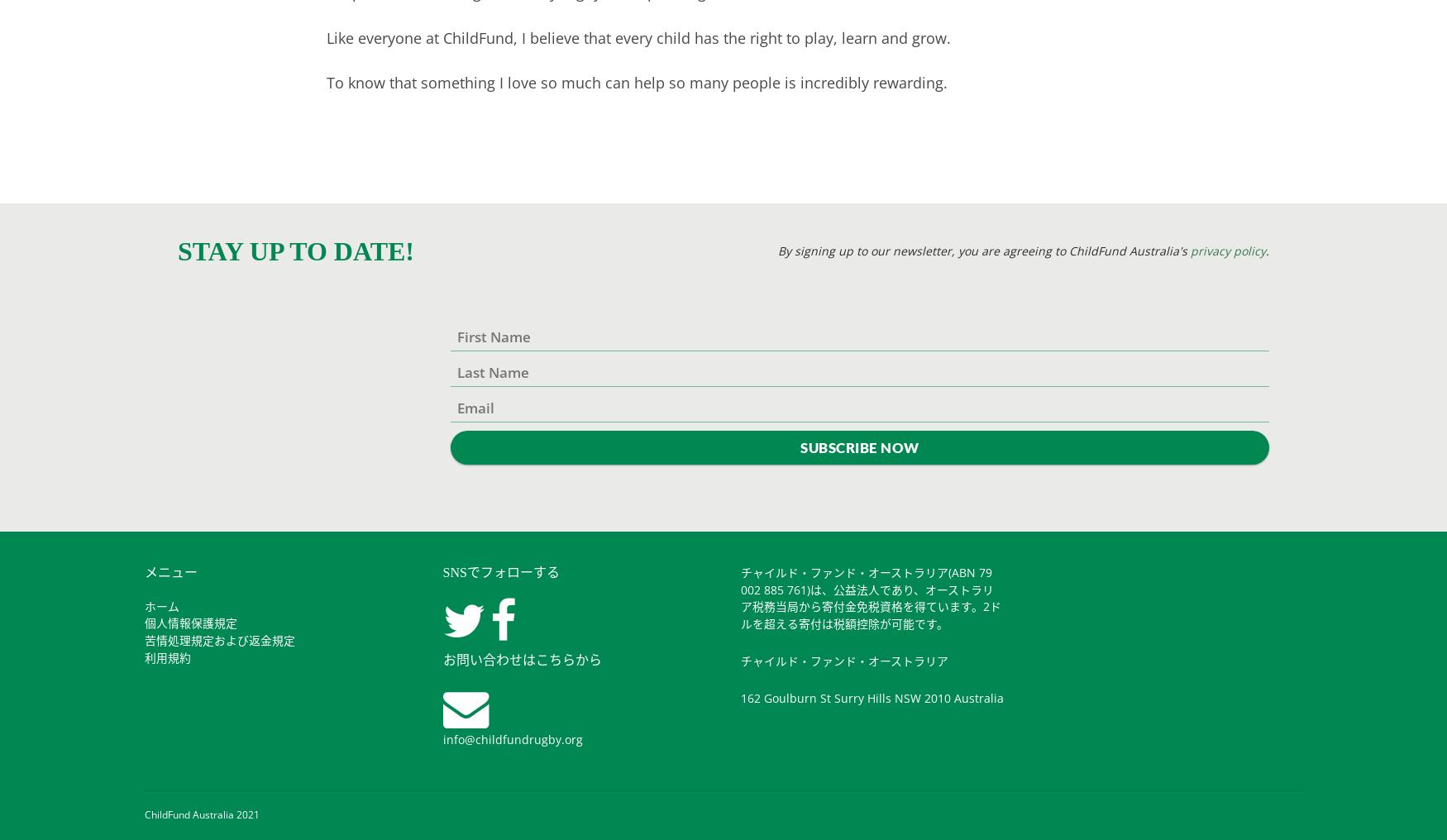  What do you see at coordinates (1228, 249) in the screenshot?
I see `'privacy policy'` at bounding box center [1228, 249].